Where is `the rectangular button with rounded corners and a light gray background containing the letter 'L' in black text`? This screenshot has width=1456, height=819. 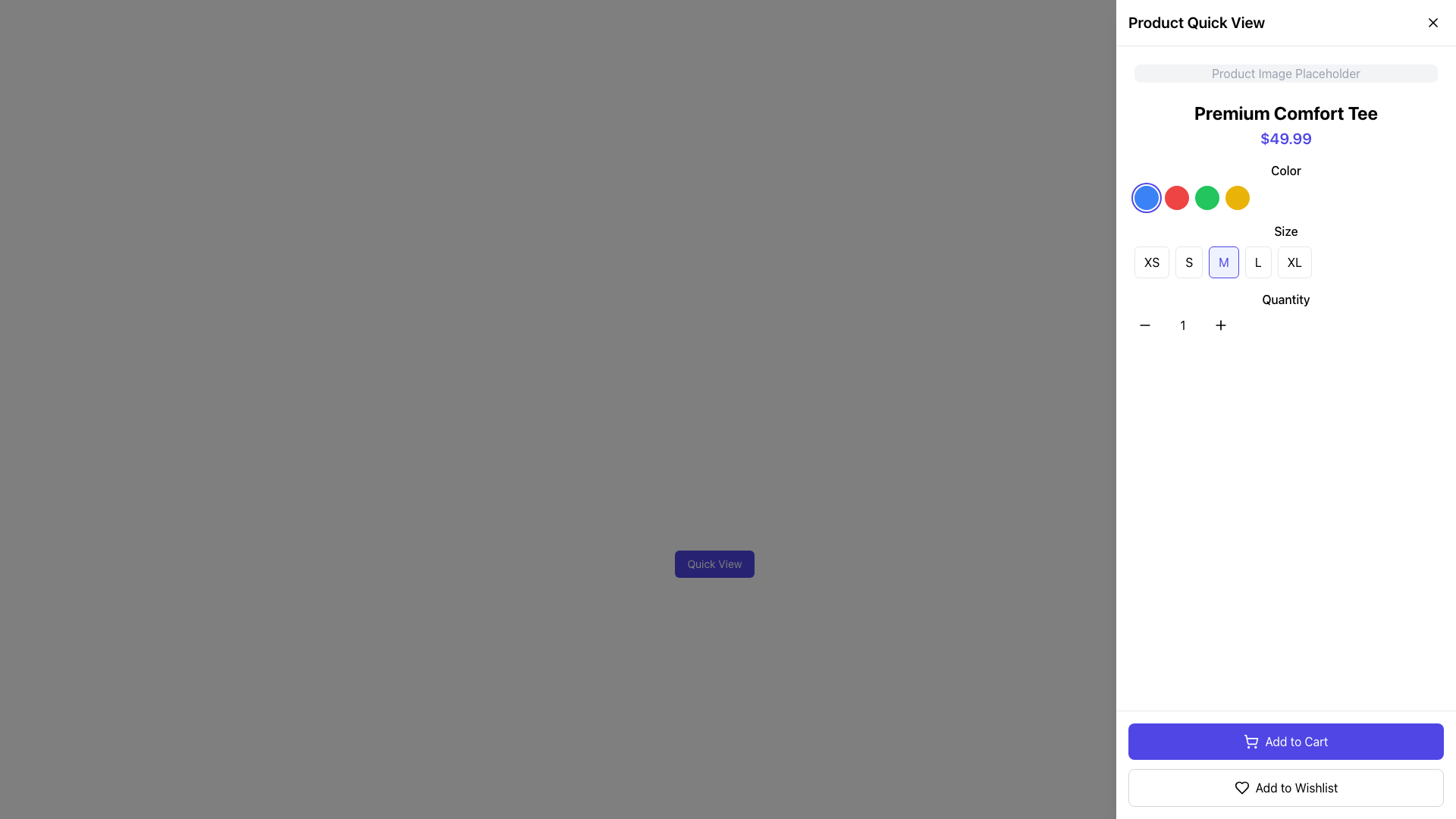 the rectangular button with rounded corners and a light gray background containing the letter 'L' in black text is located at coordinates (1258, 262).